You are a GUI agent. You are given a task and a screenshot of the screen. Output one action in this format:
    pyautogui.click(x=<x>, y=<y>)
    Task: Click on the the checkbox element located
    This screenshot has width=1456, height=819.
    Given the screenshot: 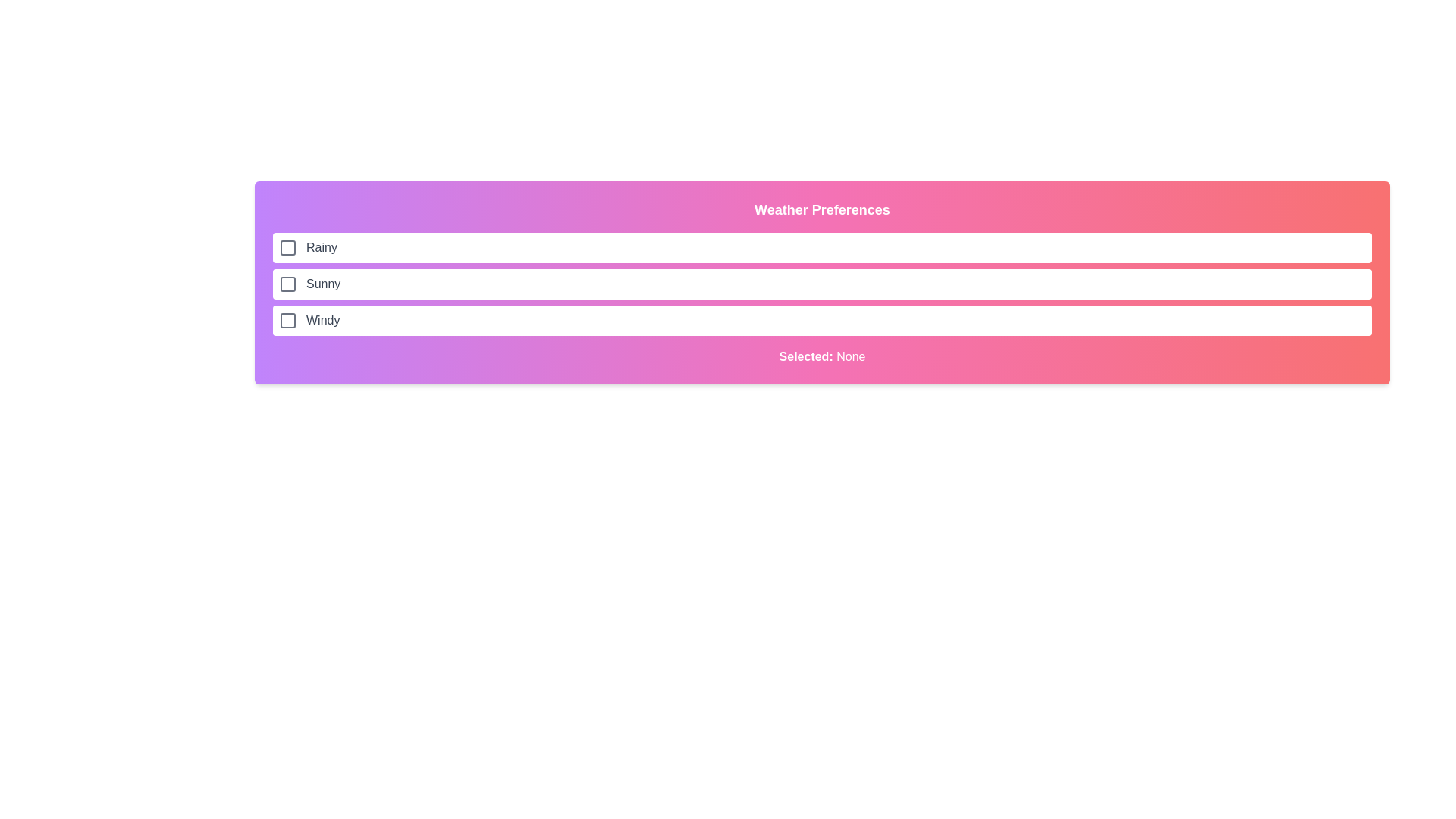 What is the action you would take?
    pyautogui.click(x=287, y=320)
    